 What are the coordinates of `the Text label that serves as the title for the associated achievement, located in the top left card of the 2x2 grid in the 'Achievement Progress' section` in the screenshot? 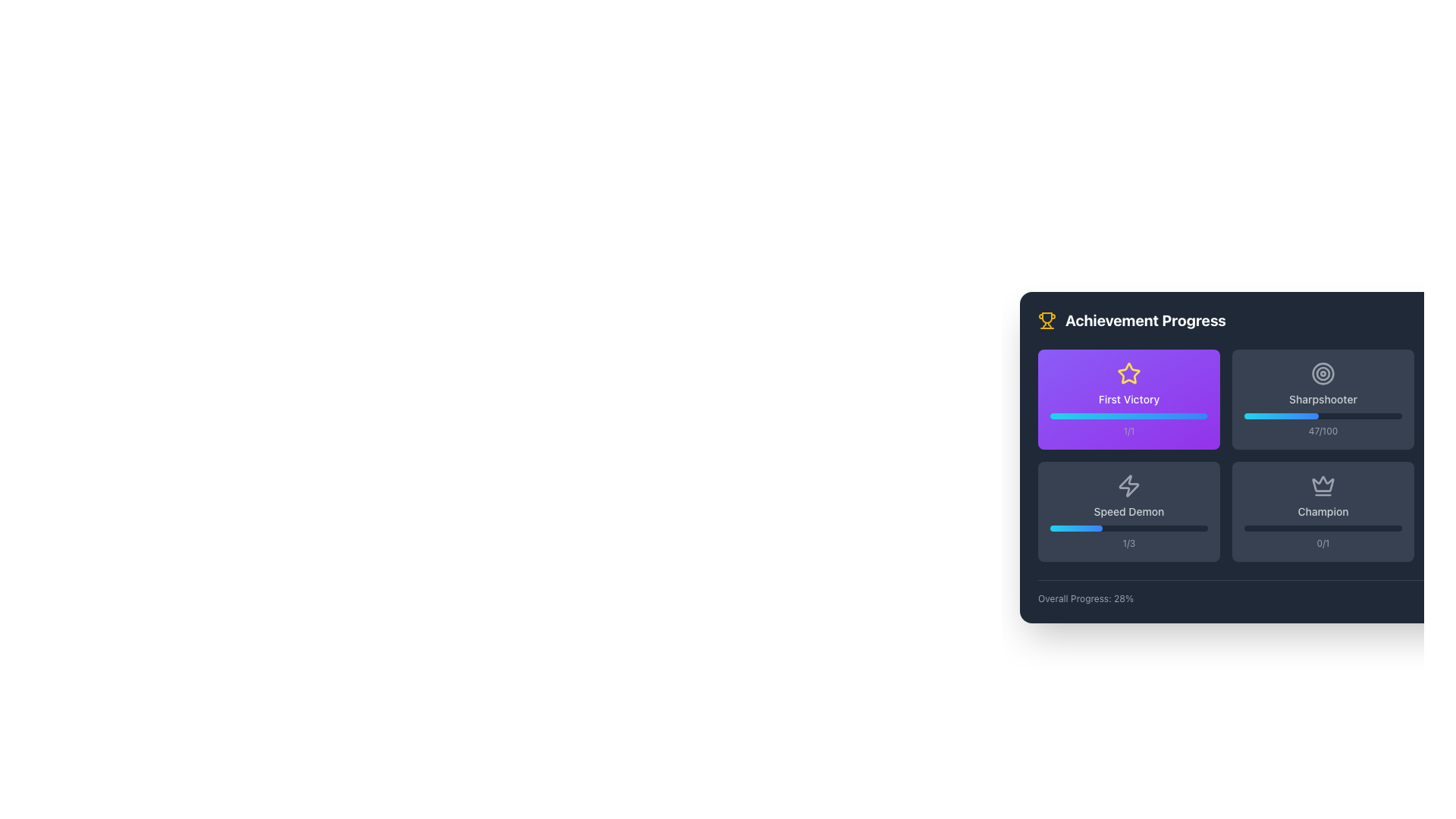 It's located at (1128, 399).